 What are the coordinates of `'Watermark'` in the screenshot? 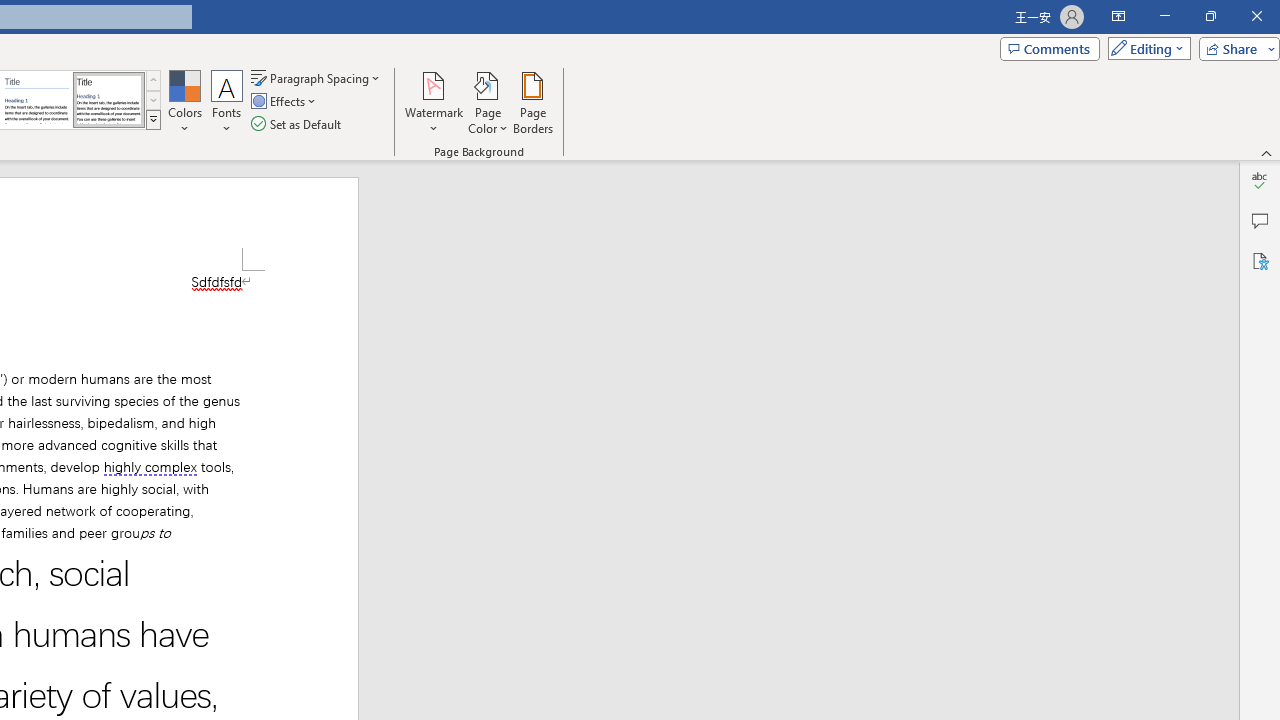 It's located at (433, 103).